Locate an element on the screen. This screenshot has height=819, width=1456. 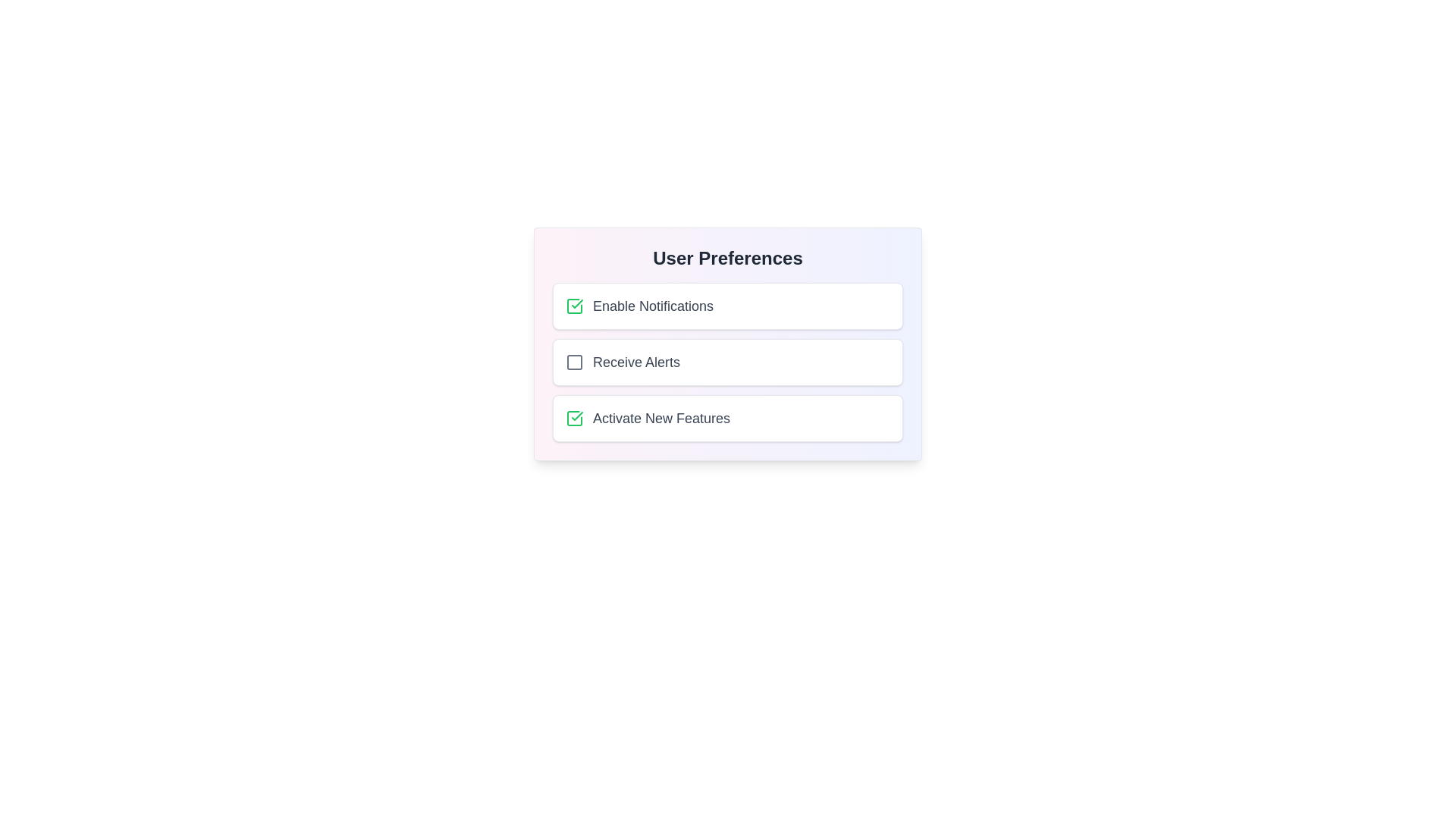
the 'Receive Alerts' checkbox located in the 'User Preferences' section is located at coordinates (728, 362).